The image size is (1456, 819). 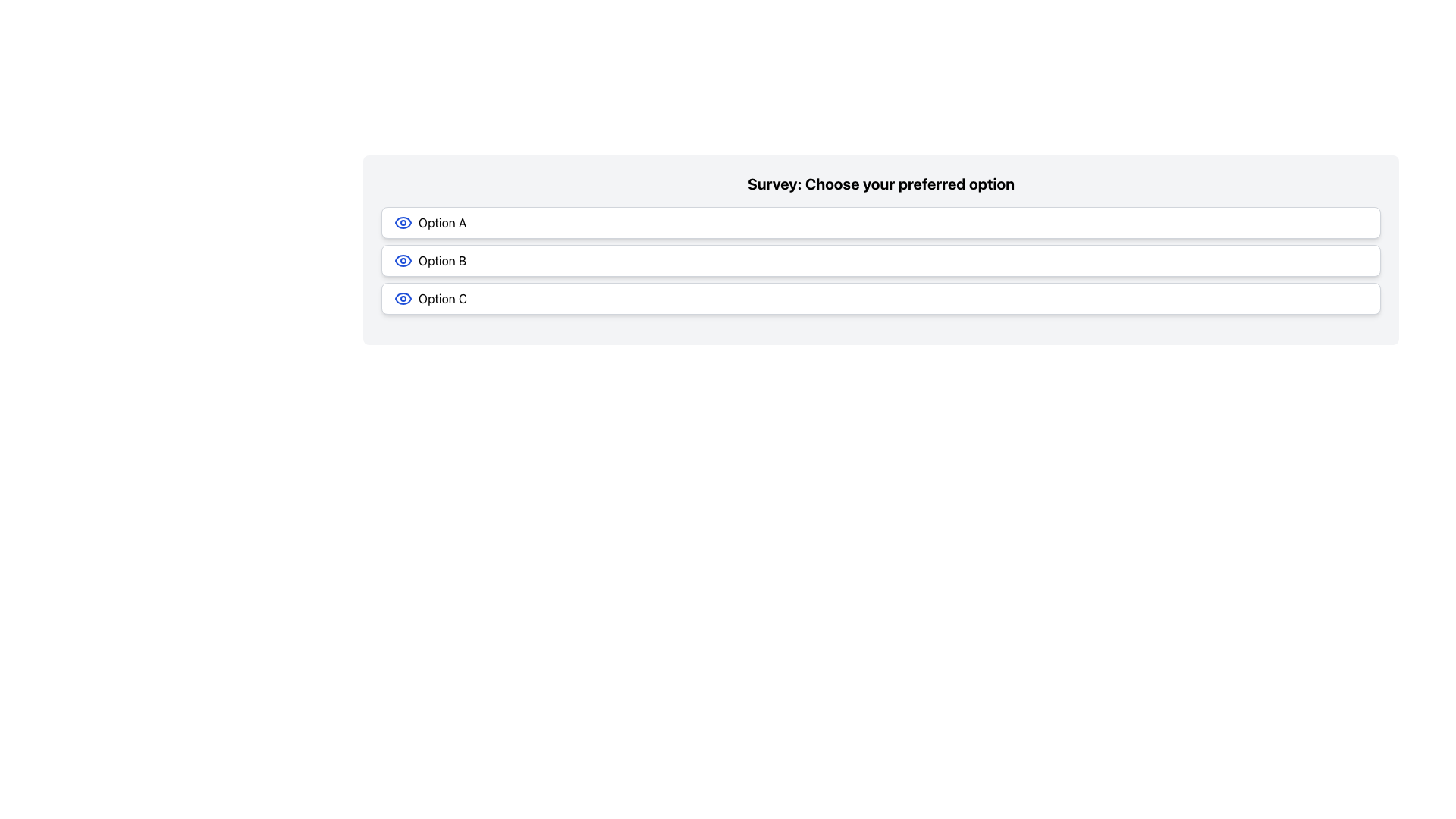 What do you see at coordinates (403, 259) in the screenshot?
I see `the circular blue eye icon located to the left of the text 'Option B'` at bounding box center [403, 259].